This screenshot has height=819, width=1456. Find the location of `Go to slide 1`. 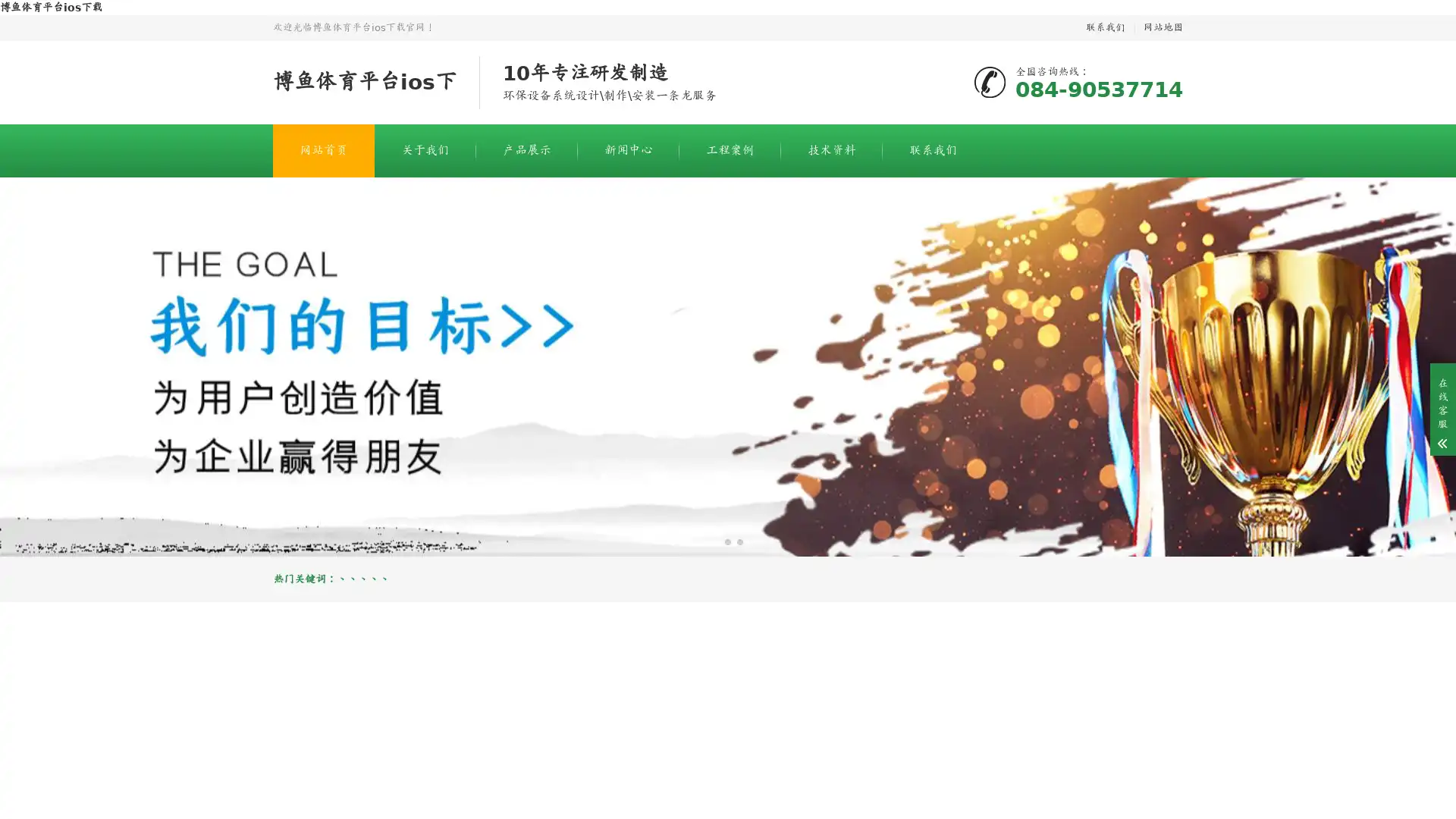

Go to slide 1 is located at coordinates (715, 541).